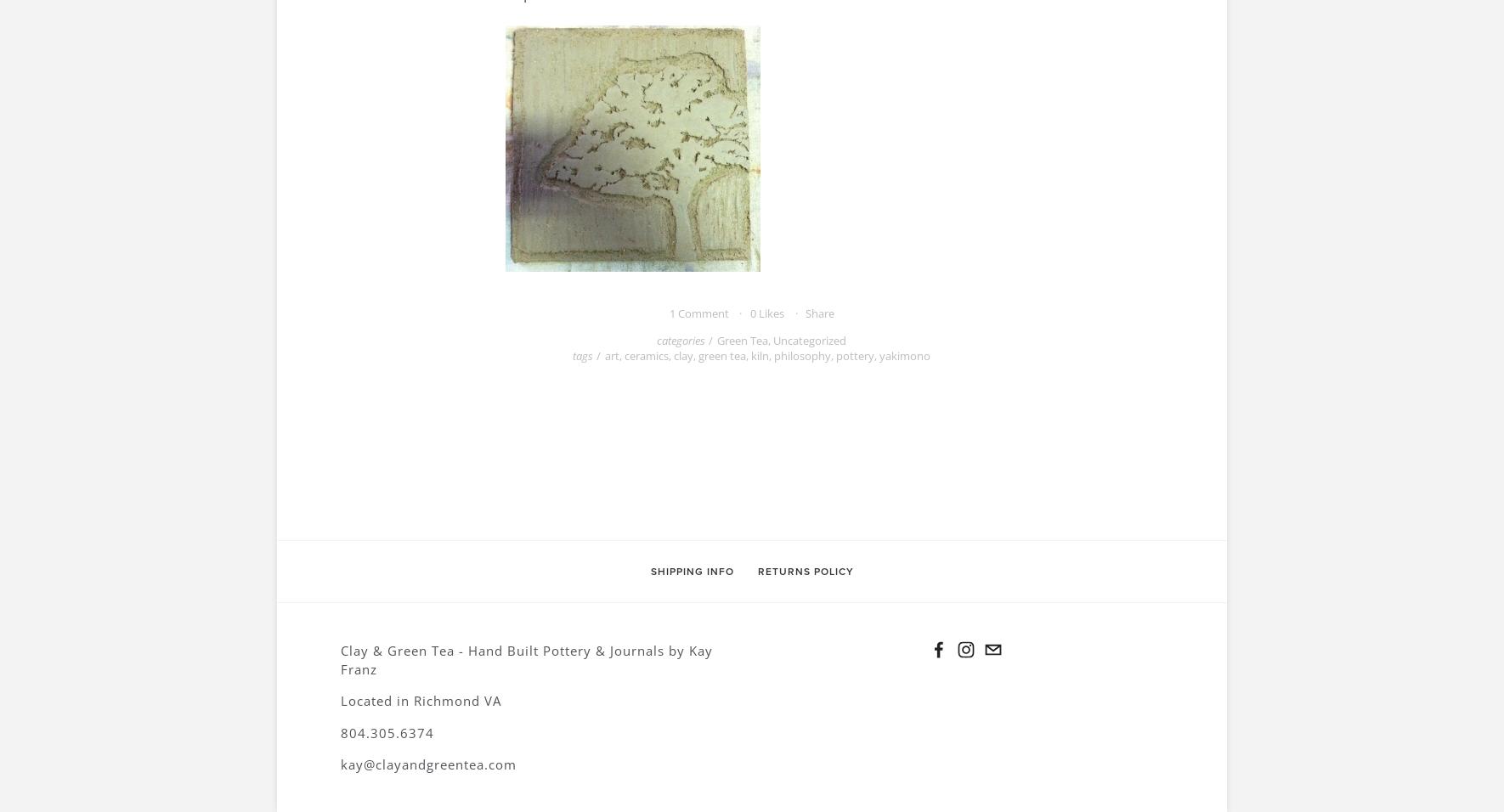  What do you see at coordinates (805, 312) in the screenshot?
I see `'Share'` at bounding box center [805, 312].